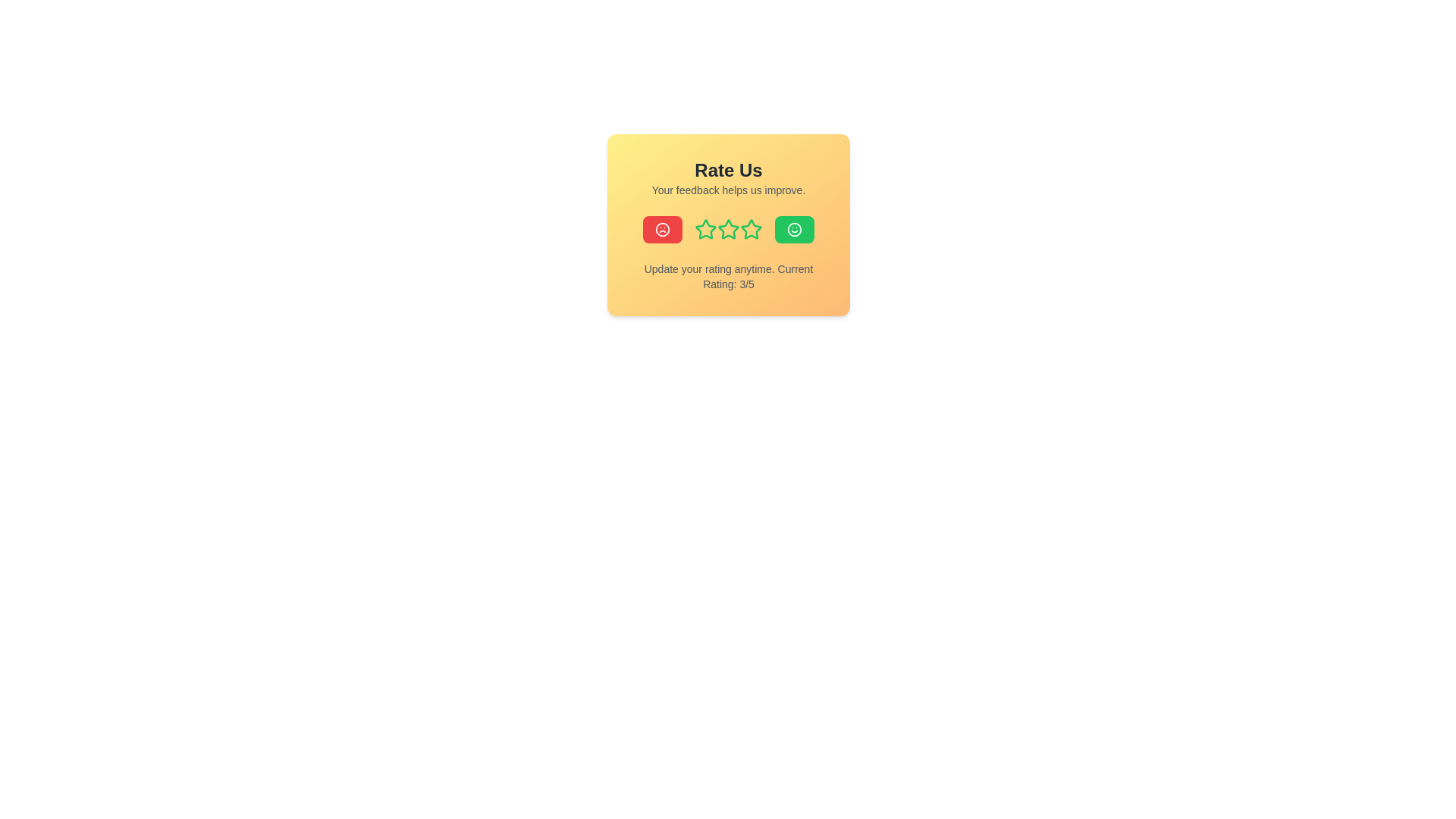 This screenshot has width=1456, height=819. I want to click on the text reading 'Your feedback helps us improve.' positioned below the heading 'Rate Us' to focus on it, so click(728, 189).